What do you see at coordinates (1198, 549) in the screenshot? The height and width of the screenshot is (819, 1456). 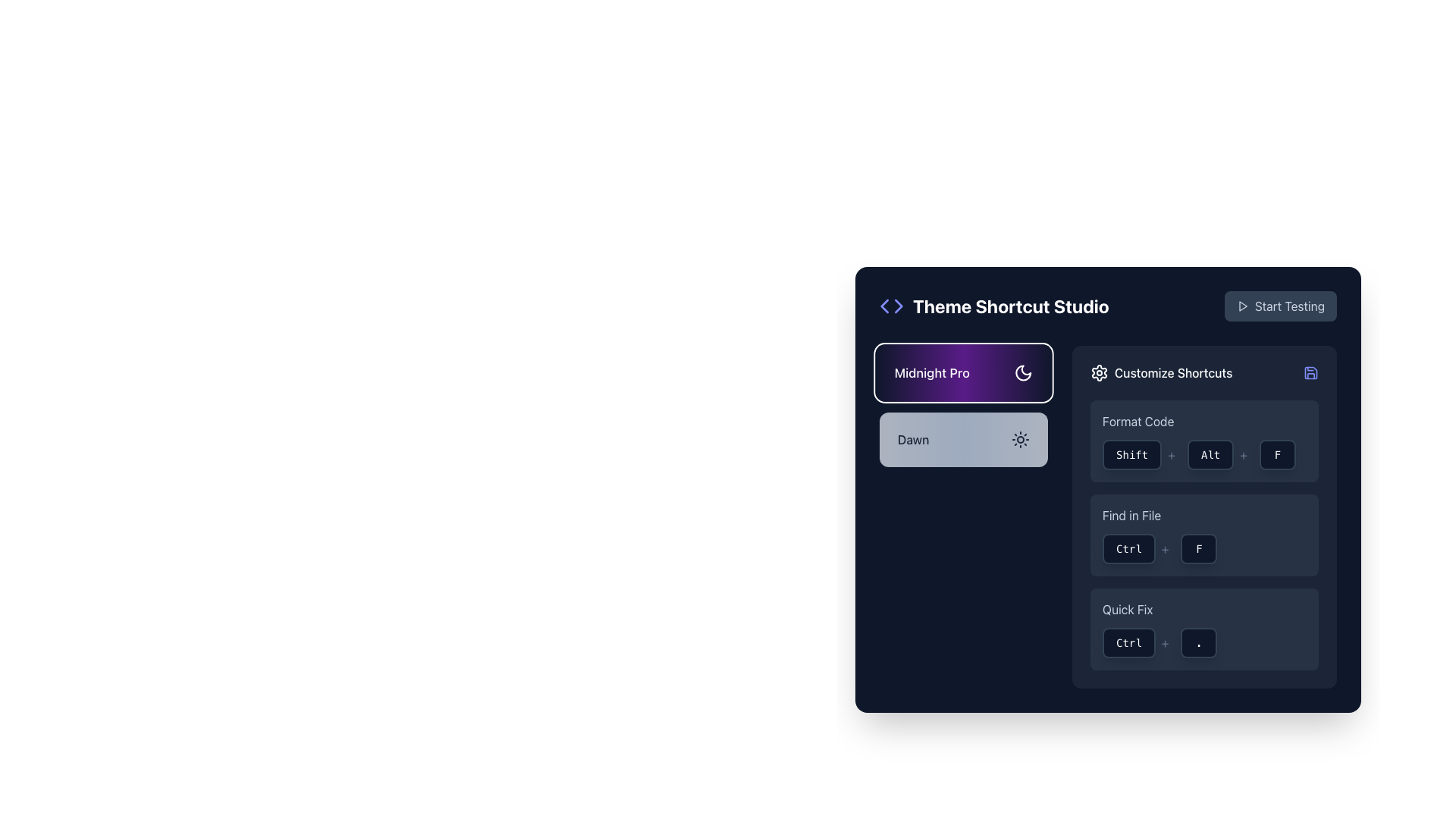 I see `the 'F' key button that is part of the 'Ctrl+F' keyboard shortcut sequence in the 'Find in File' panel` at bounding box center [1198, 549].